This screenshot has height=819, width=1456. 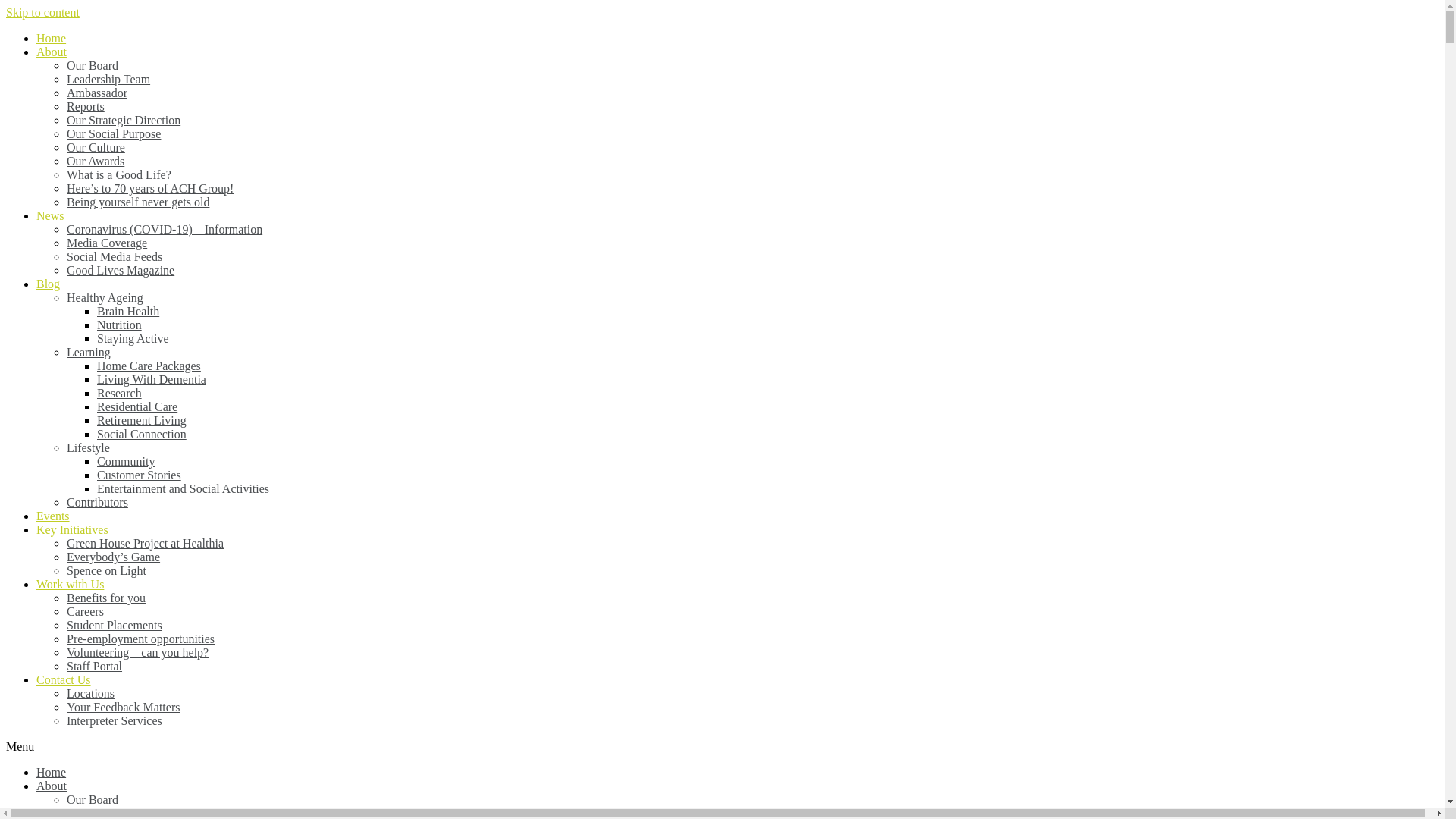 What do you see at coordinates (118, 392) in the screenshot?
I see `'Research'` at bounding box center [118, 392].